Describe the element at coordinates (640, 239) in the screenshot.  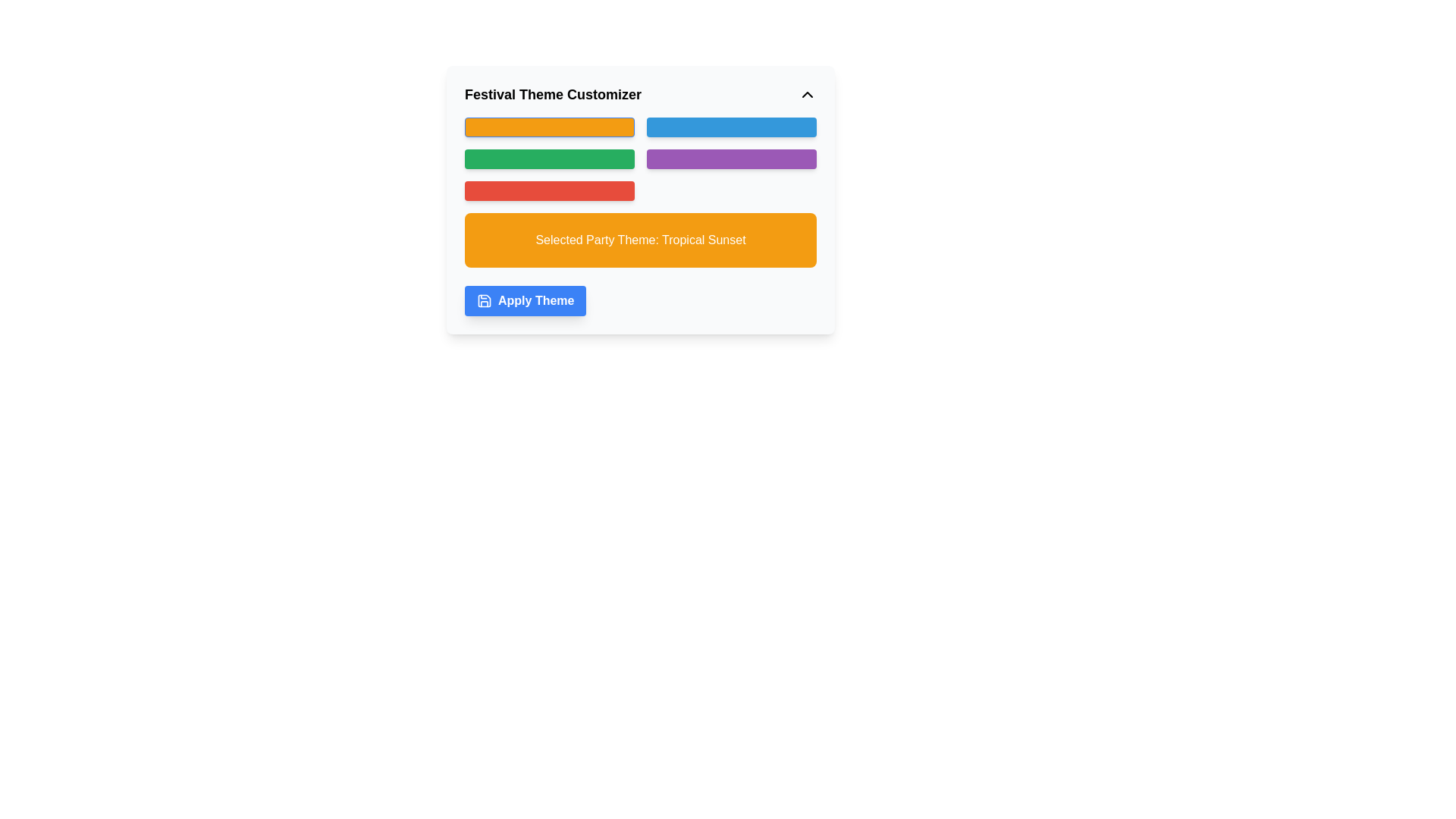
I see `the informational Text Label displaying the currently selected party theme 'Tropical Sunset', which is centered within an orange rounded rectangle background` at that location.